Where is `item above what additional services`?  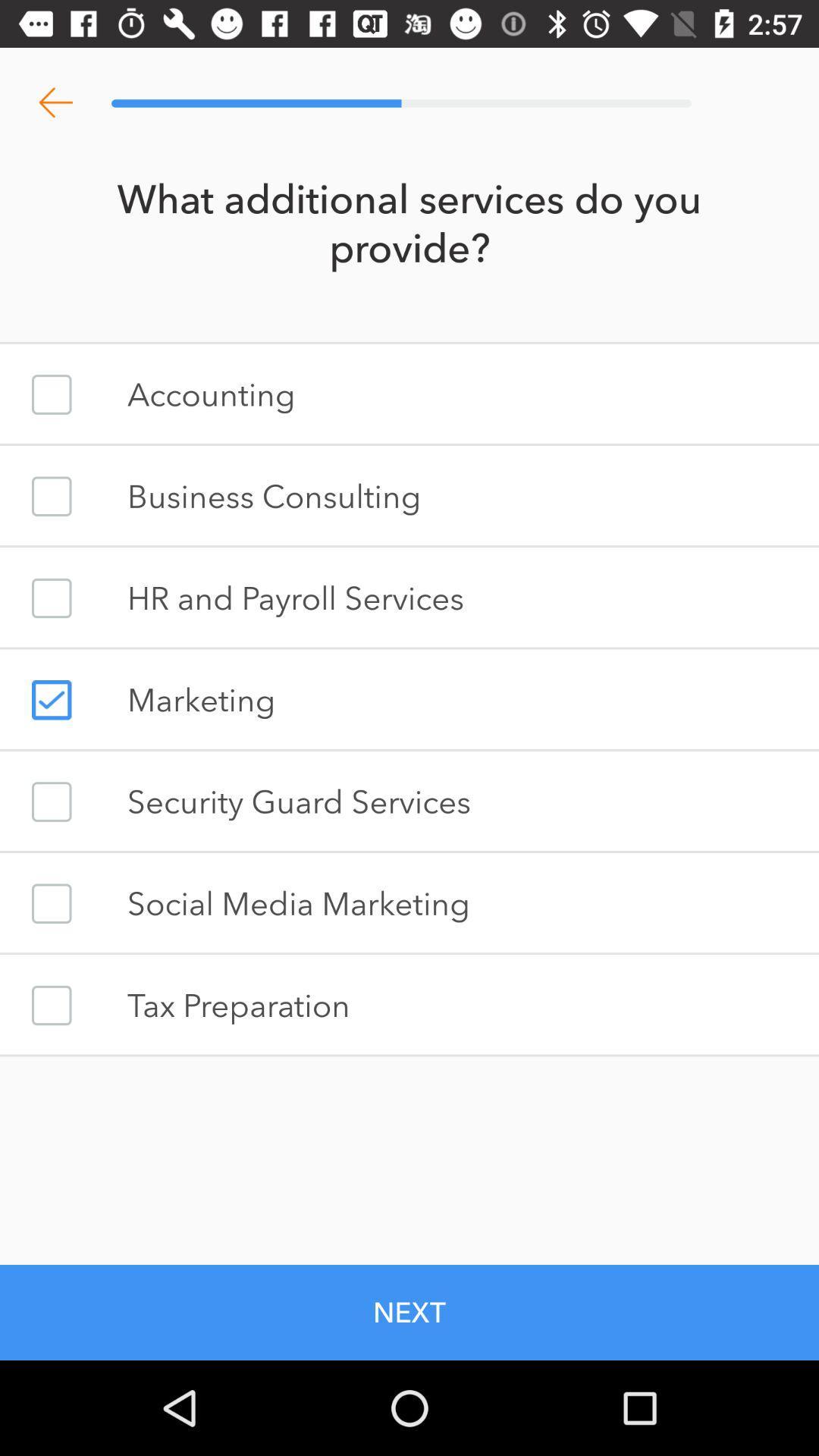
item above what additional services is located at coordinates (55, 102).